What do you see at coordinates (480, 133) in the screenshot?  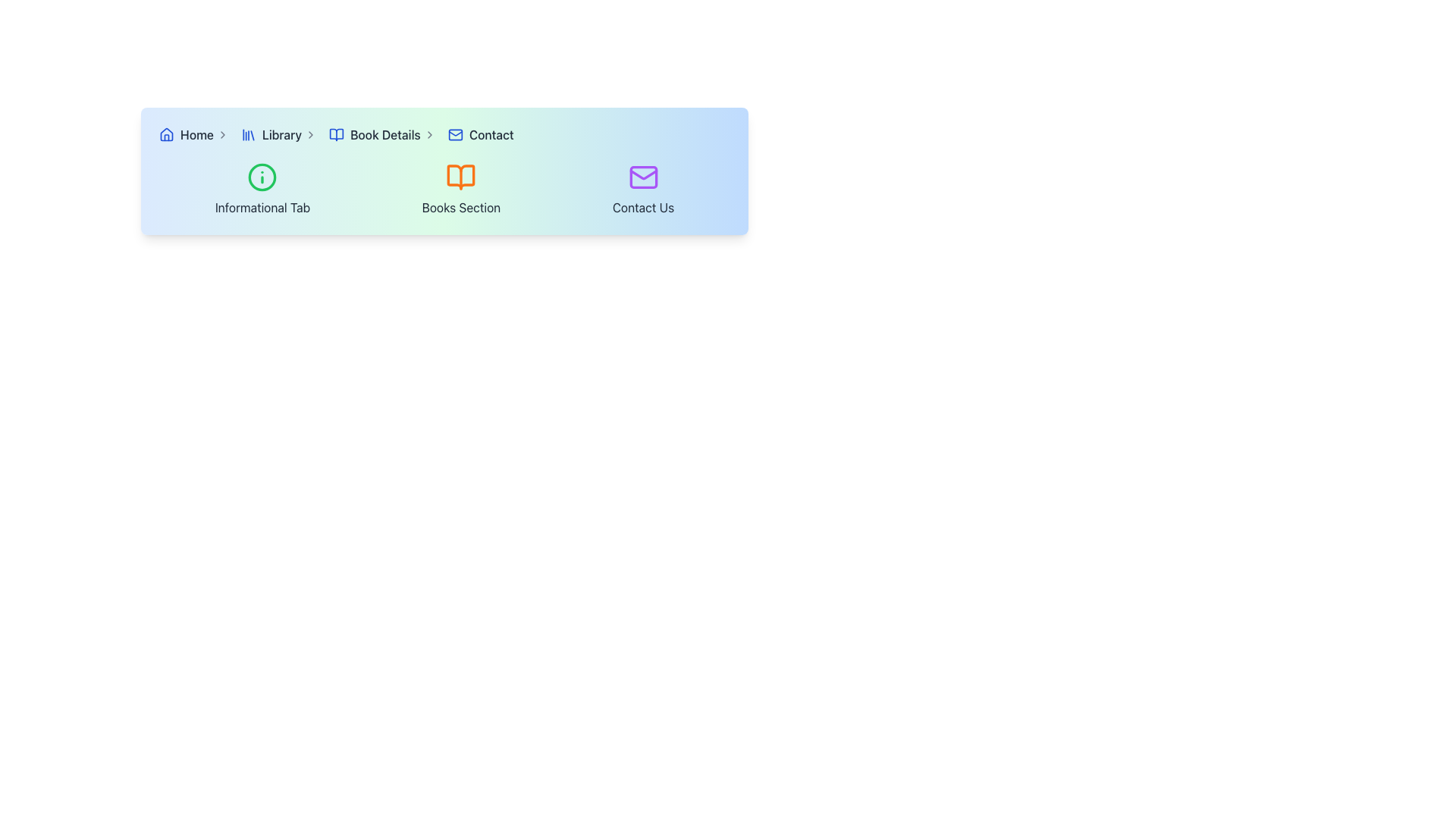 I see `the 'Contact' breadcrumb link that consists of an envelope icon and bold text` at bounding box center [480, 133].